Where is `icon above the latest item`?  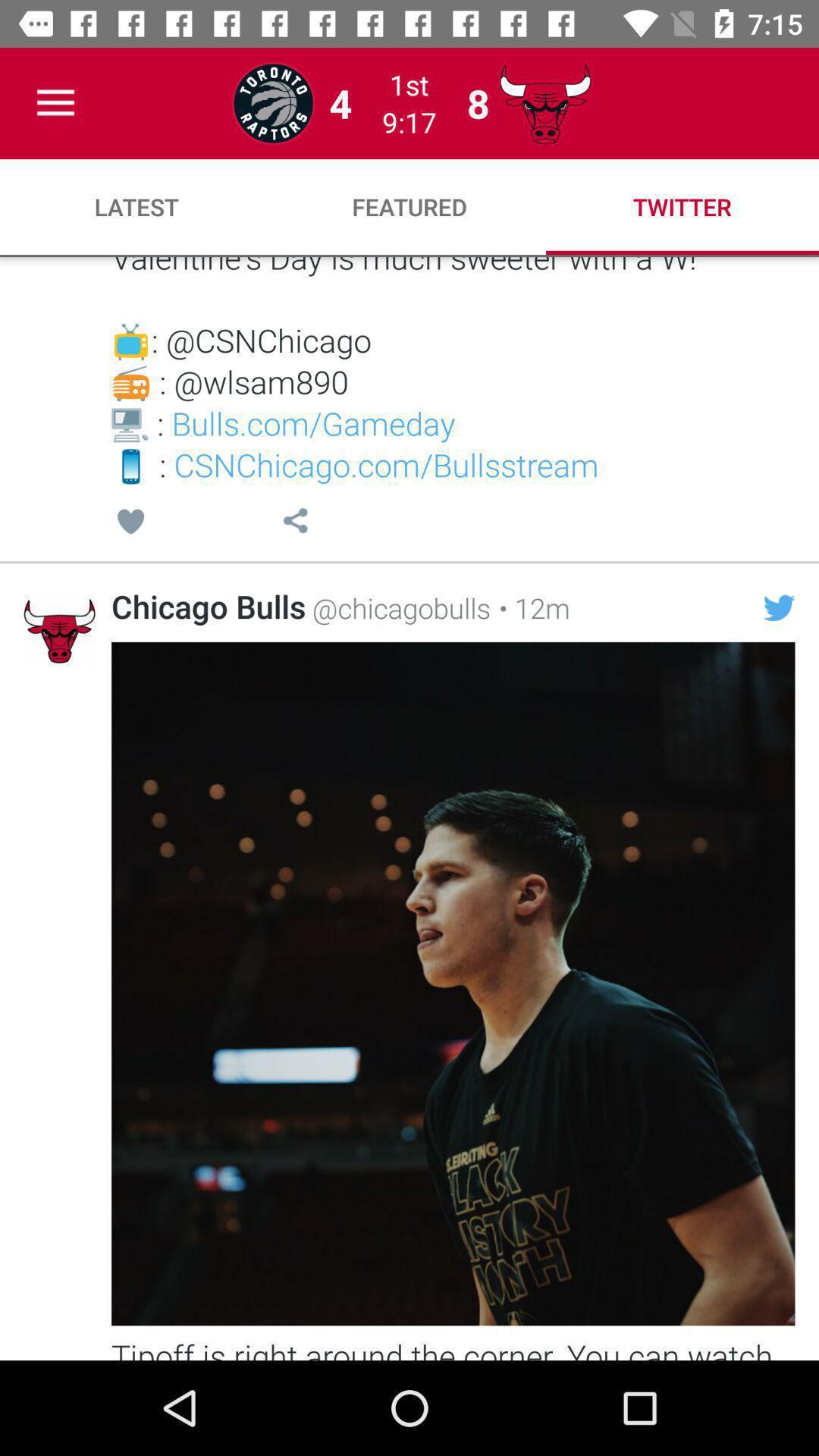 icon above the latest item is located at coordinates (55, 102).